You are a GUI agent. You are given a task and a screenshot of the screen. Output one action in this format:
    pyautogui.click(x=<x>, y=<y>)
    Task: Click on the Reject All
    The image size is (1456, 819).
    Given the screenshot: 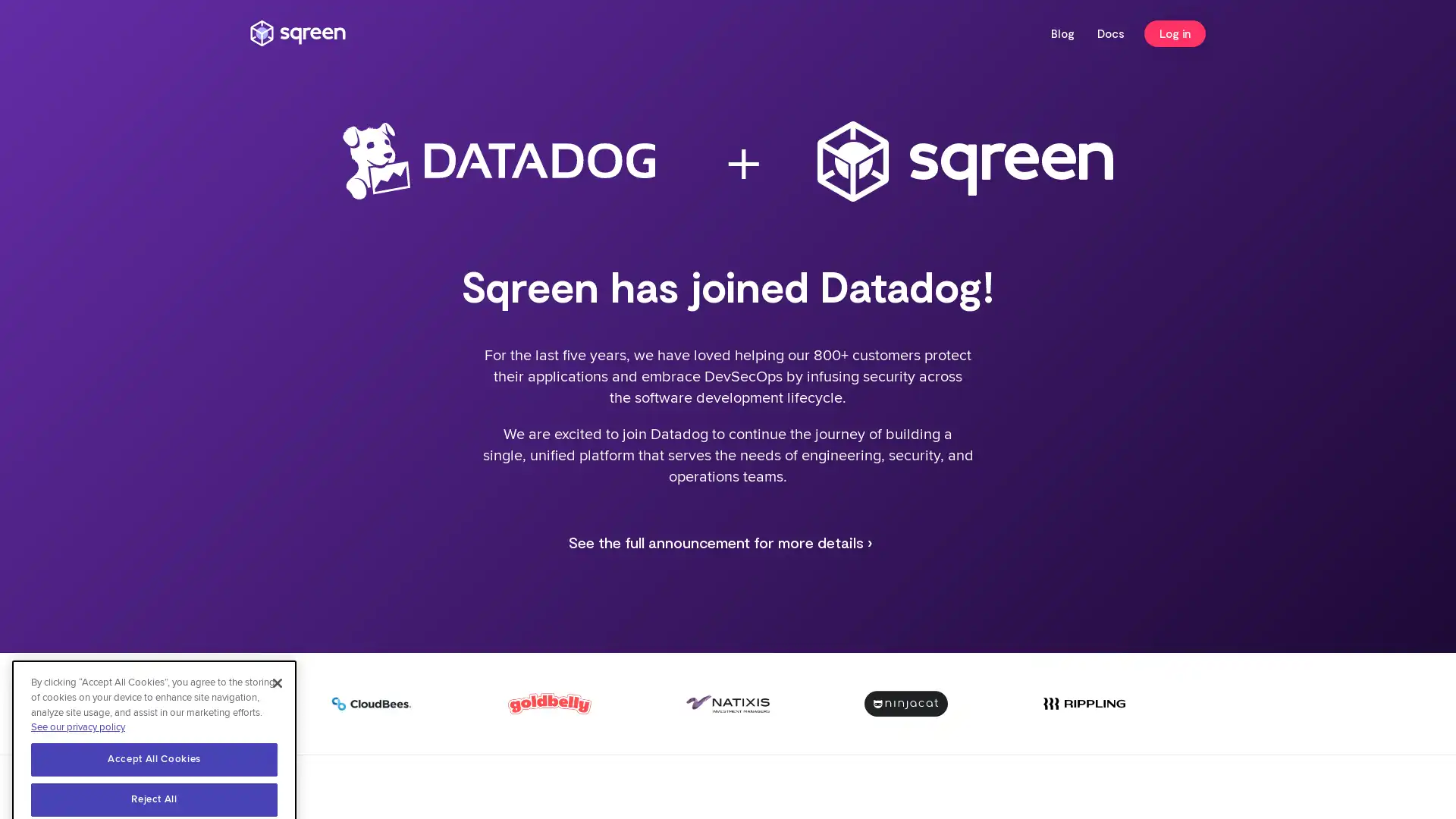 What is the action you would take?
    pyautogui.click(x=154, y=762)
    